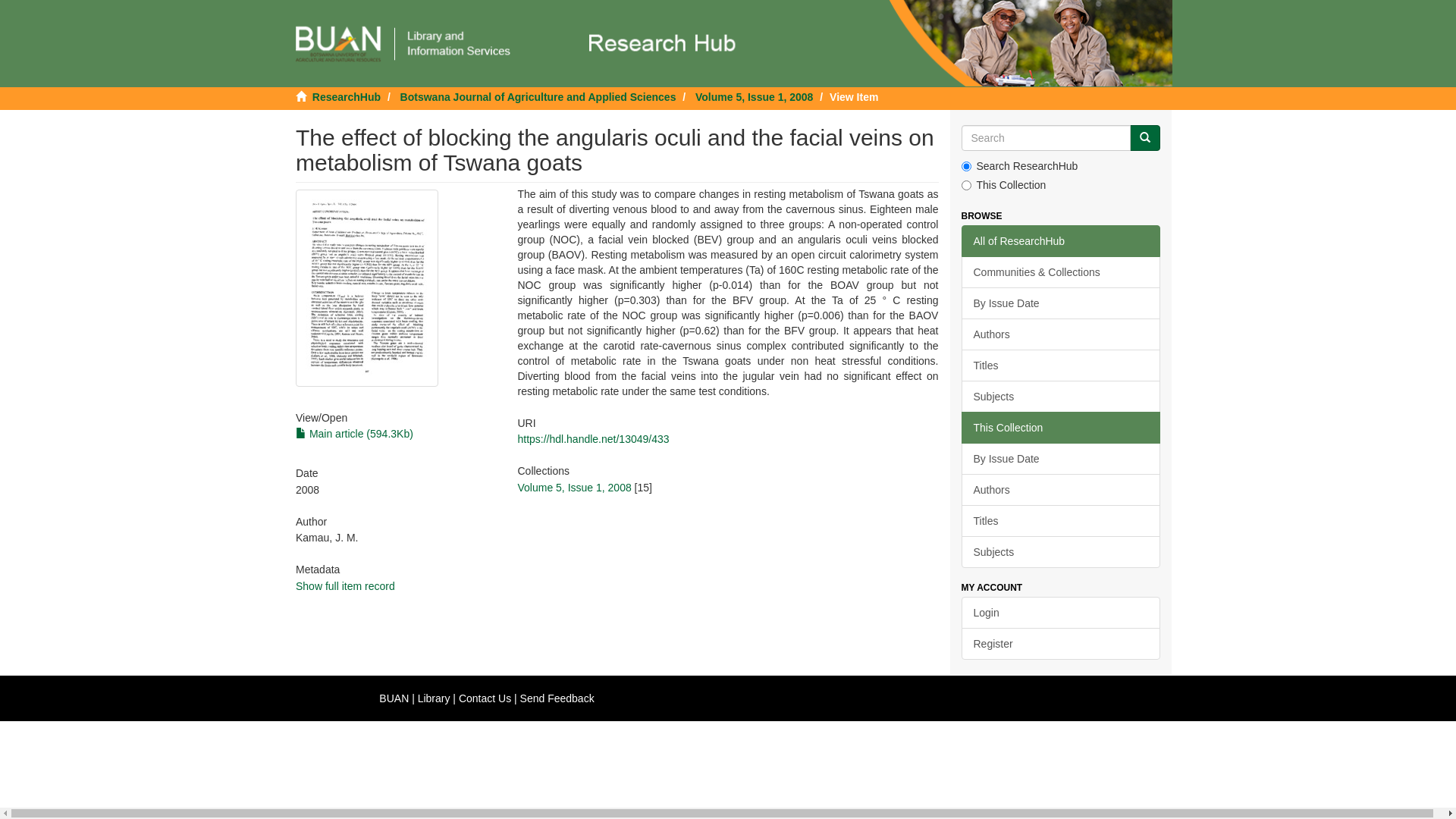  Describe the element at coordinates (960, 458) in the screenshot. I see `'By Issue Date'` at that location.